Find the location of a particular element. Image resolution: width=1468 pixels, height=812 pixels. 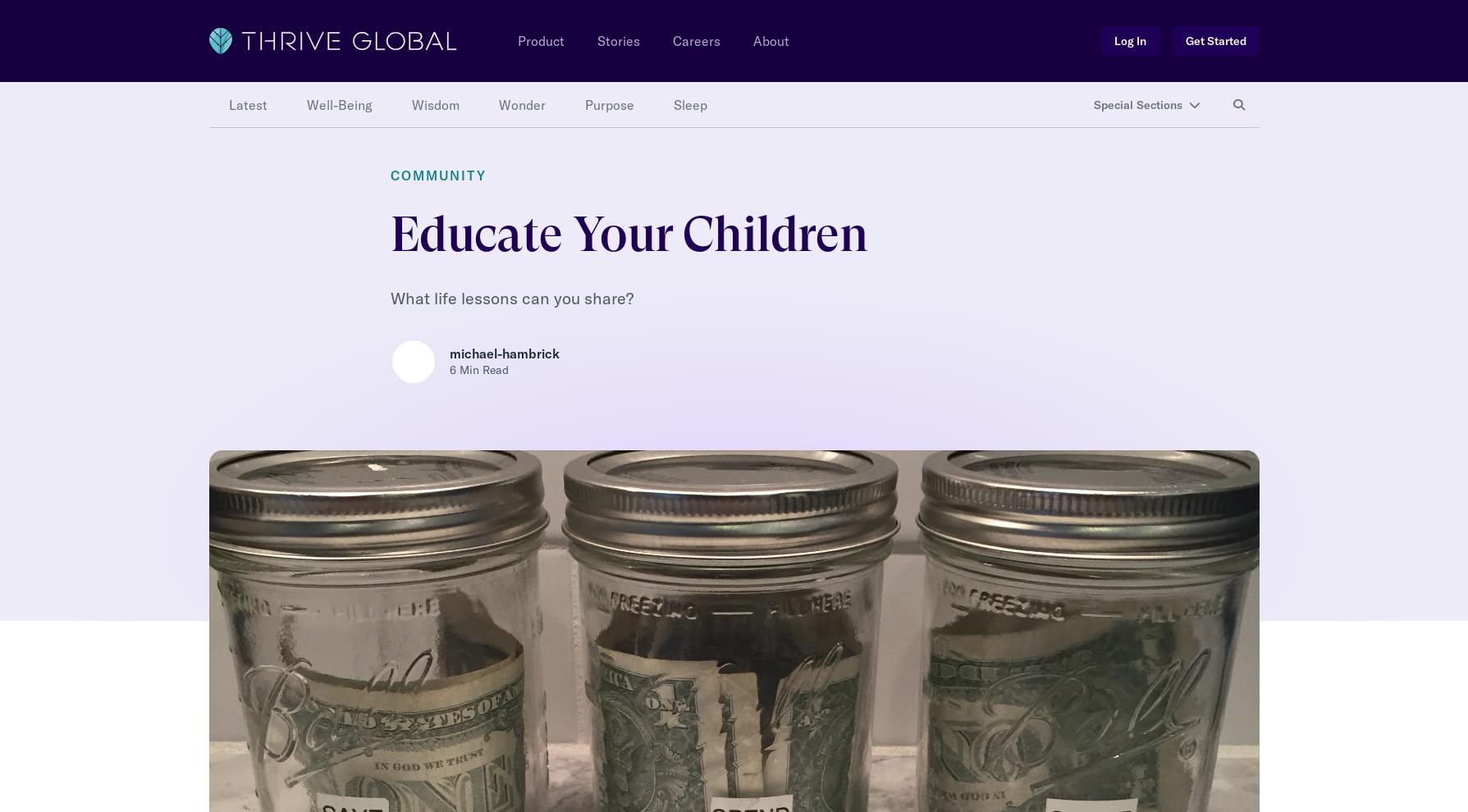

'Before we take a trip, or go to an event in town, we’ll count the money in “spend”, should he want to purchase something. Instead of carrying the cash with him, we’ll pay for the item with a credit card, and have him reimburse us out of his “spend” jar when we get home. Doing this has also allowed us to begin conversations on how credit cards work!' is located at coordinates (726, 386).